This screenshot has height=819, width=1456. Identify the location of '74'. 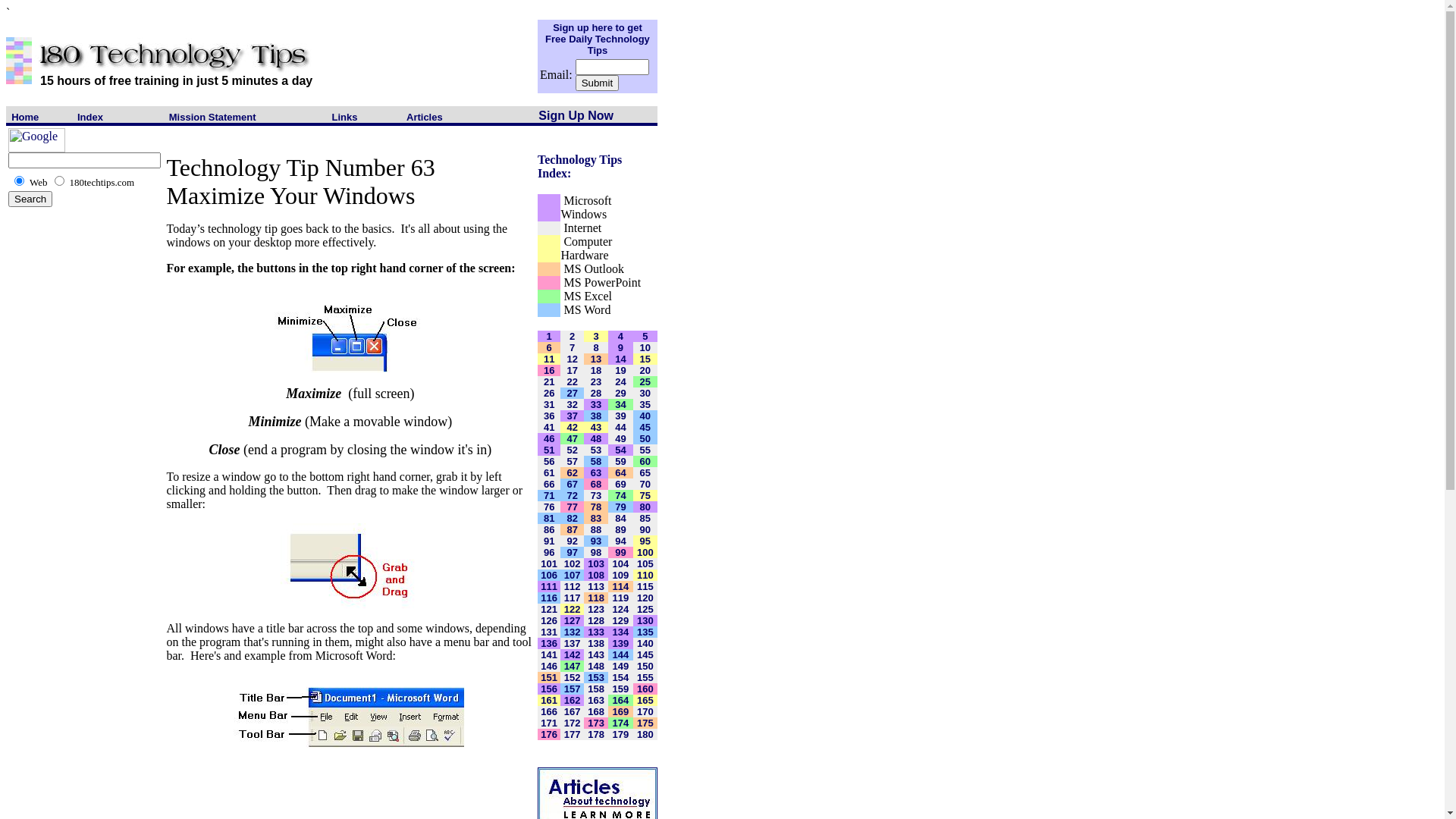
(620, 495).